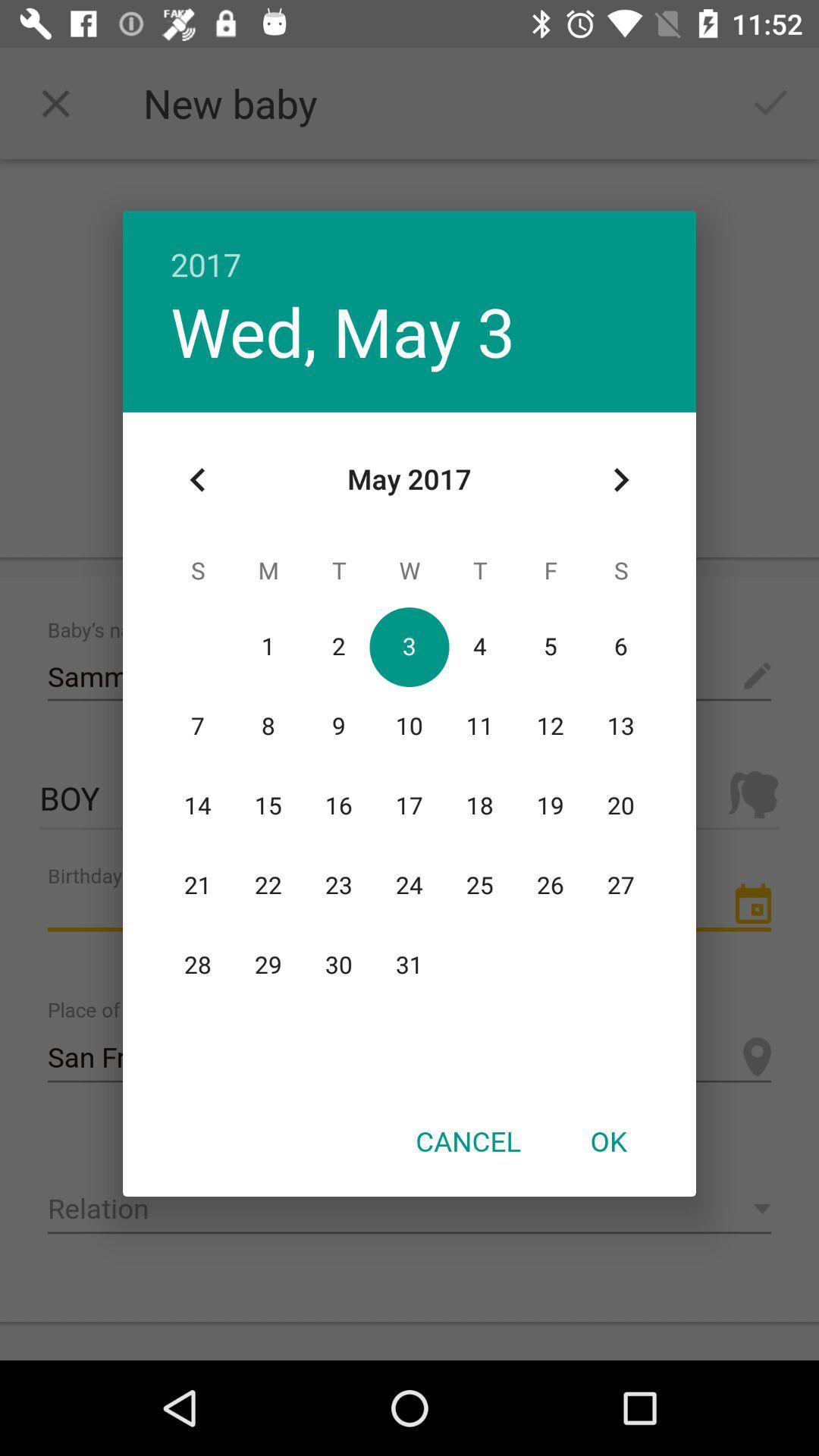 This screenshot has width=819, height=1456. Describe the element at coordinates (467, 1141) in the screenshot. I see `the item next to ok icon` at that location.